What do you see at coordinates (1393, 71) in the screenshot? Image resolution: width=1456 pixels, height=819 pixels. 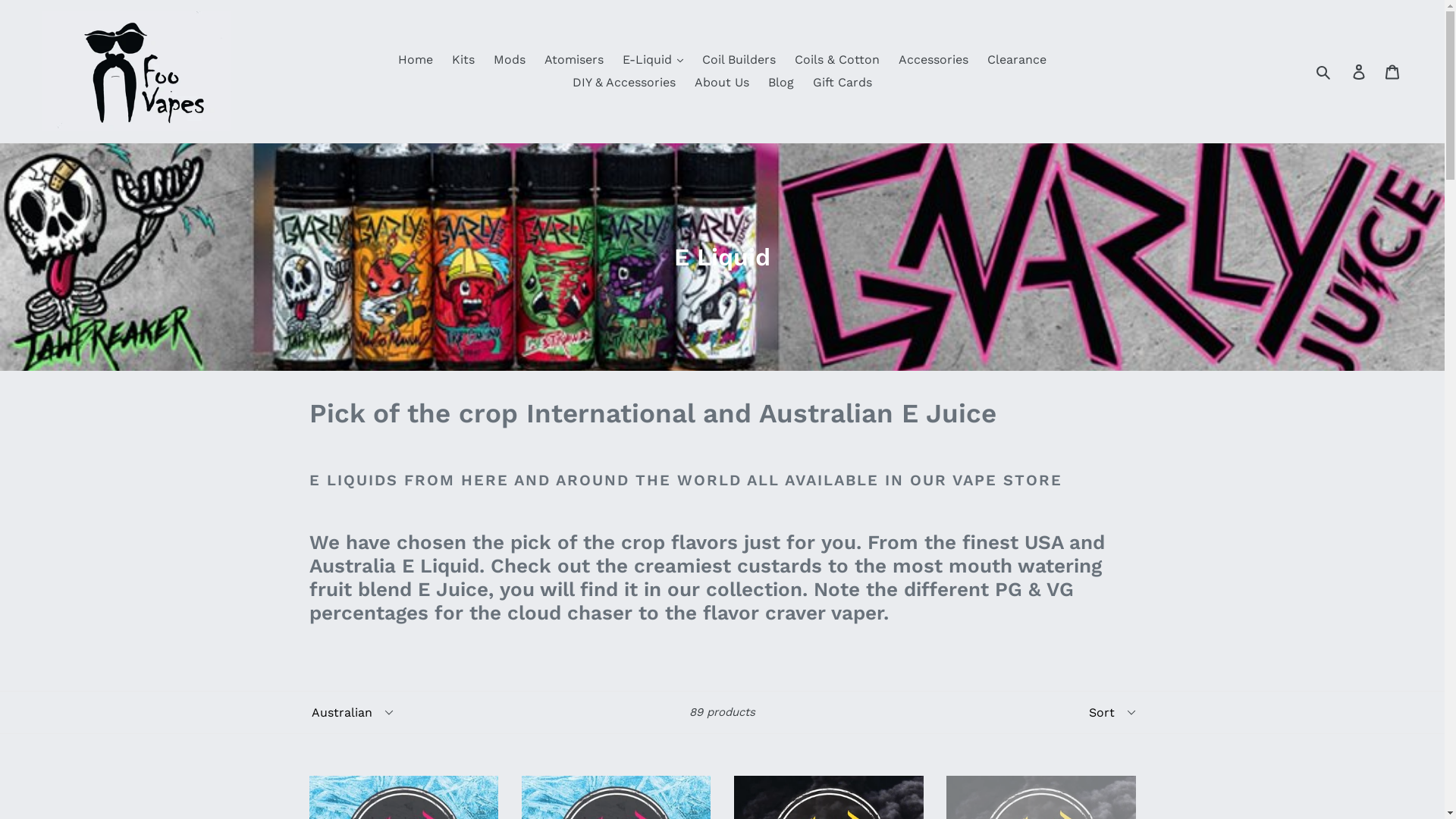 I see `'Cart'` at bounding box center [1393, 71].